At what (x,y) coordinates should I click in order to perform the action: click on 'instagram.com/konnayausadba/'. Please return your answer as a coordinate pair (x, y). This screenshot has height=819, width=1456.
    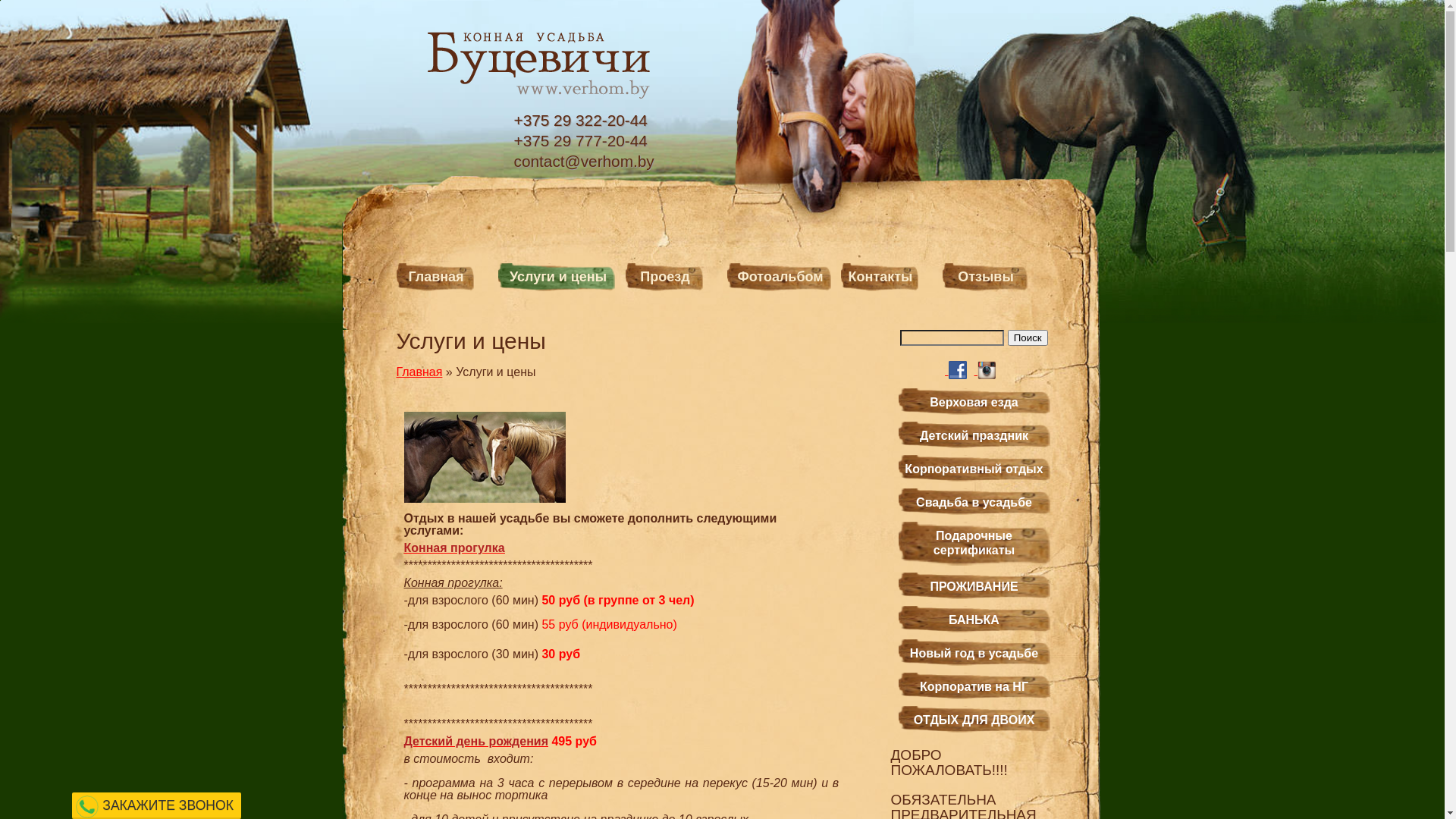
    Looking at the image, I should click on (977, 370).